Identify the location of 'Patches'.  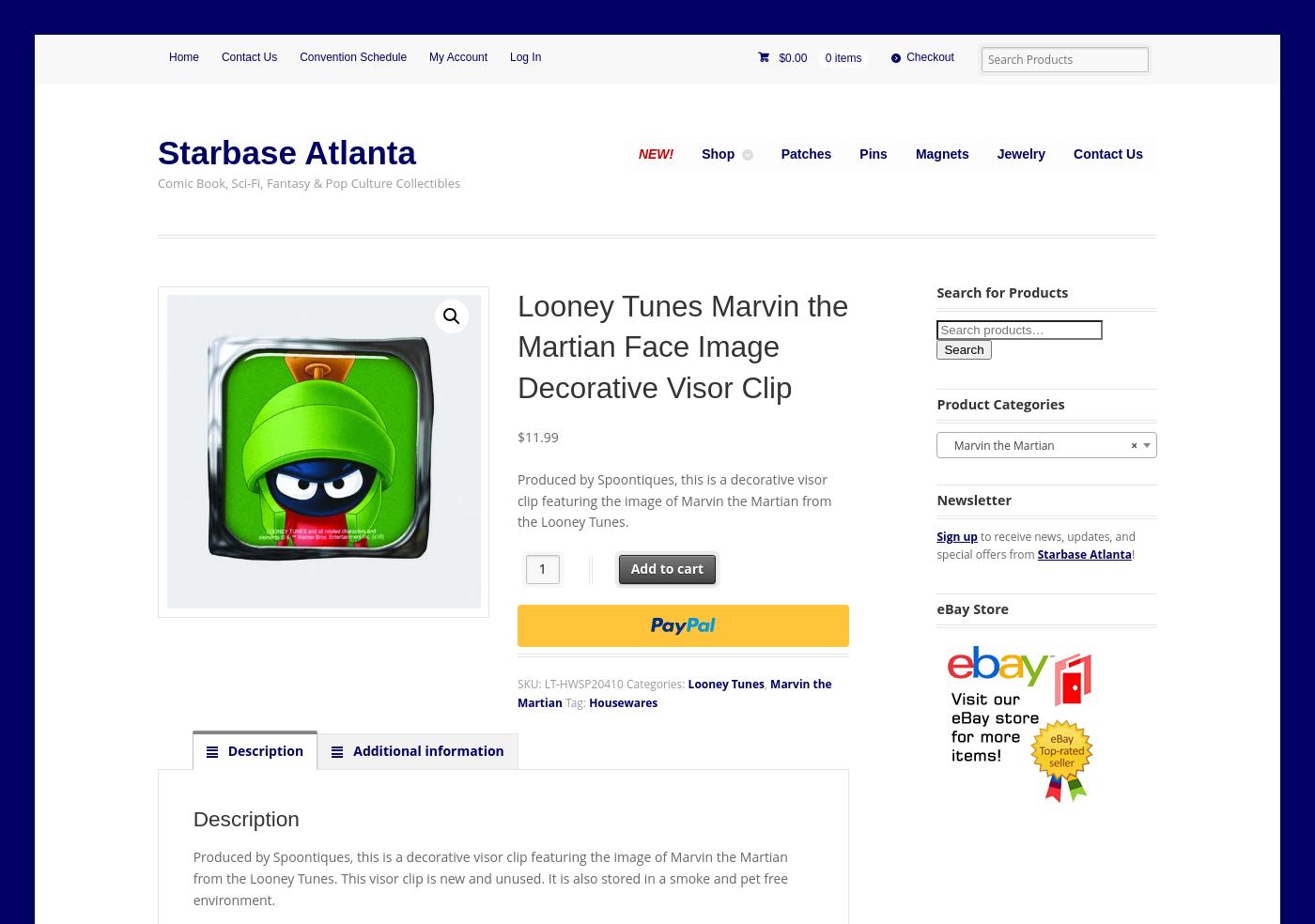
(806, 153).